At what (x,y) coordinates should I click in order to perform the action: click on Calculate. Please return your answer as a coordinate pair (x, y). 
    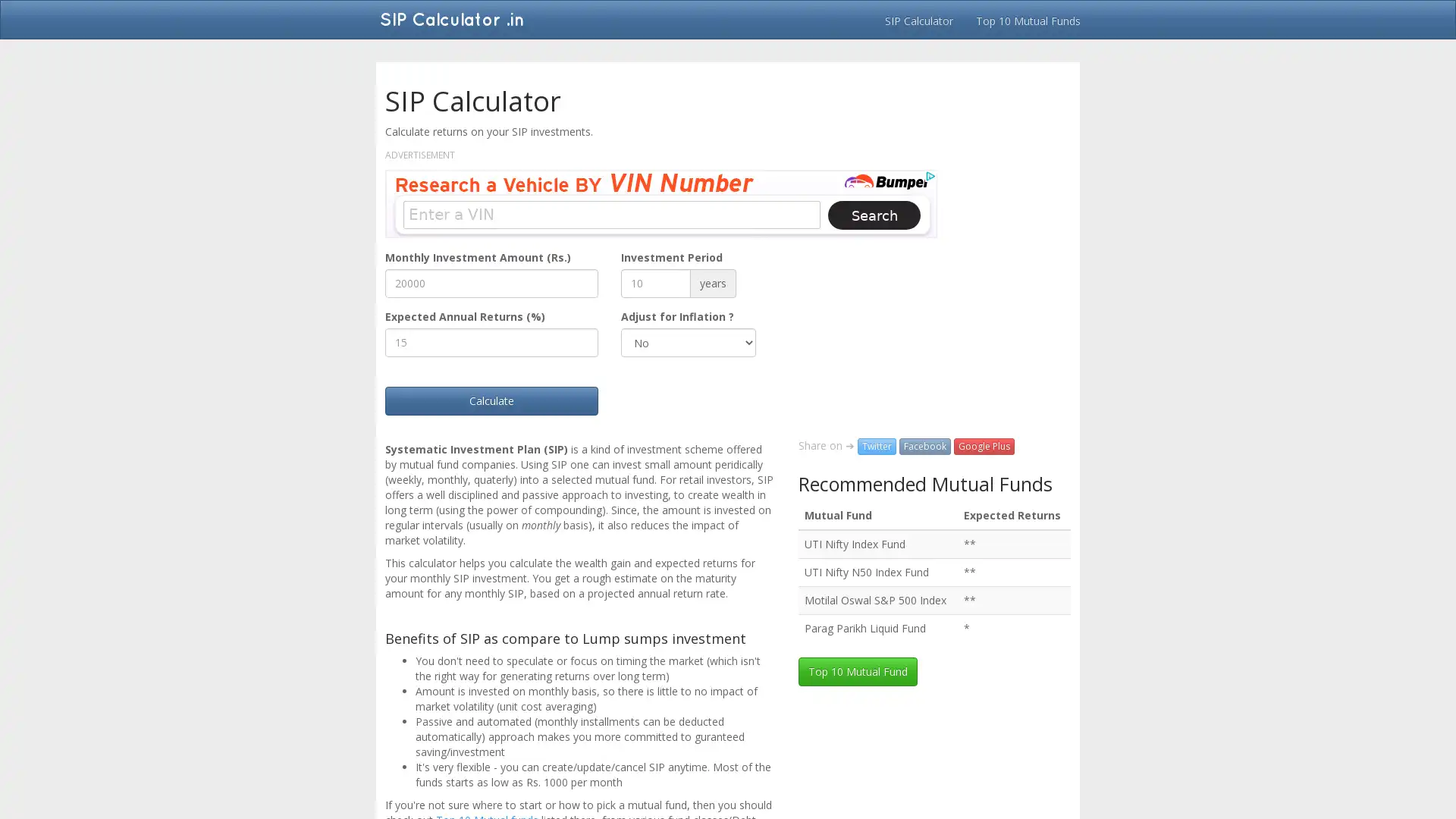
    Looking at the image, I should click on (491, 400).